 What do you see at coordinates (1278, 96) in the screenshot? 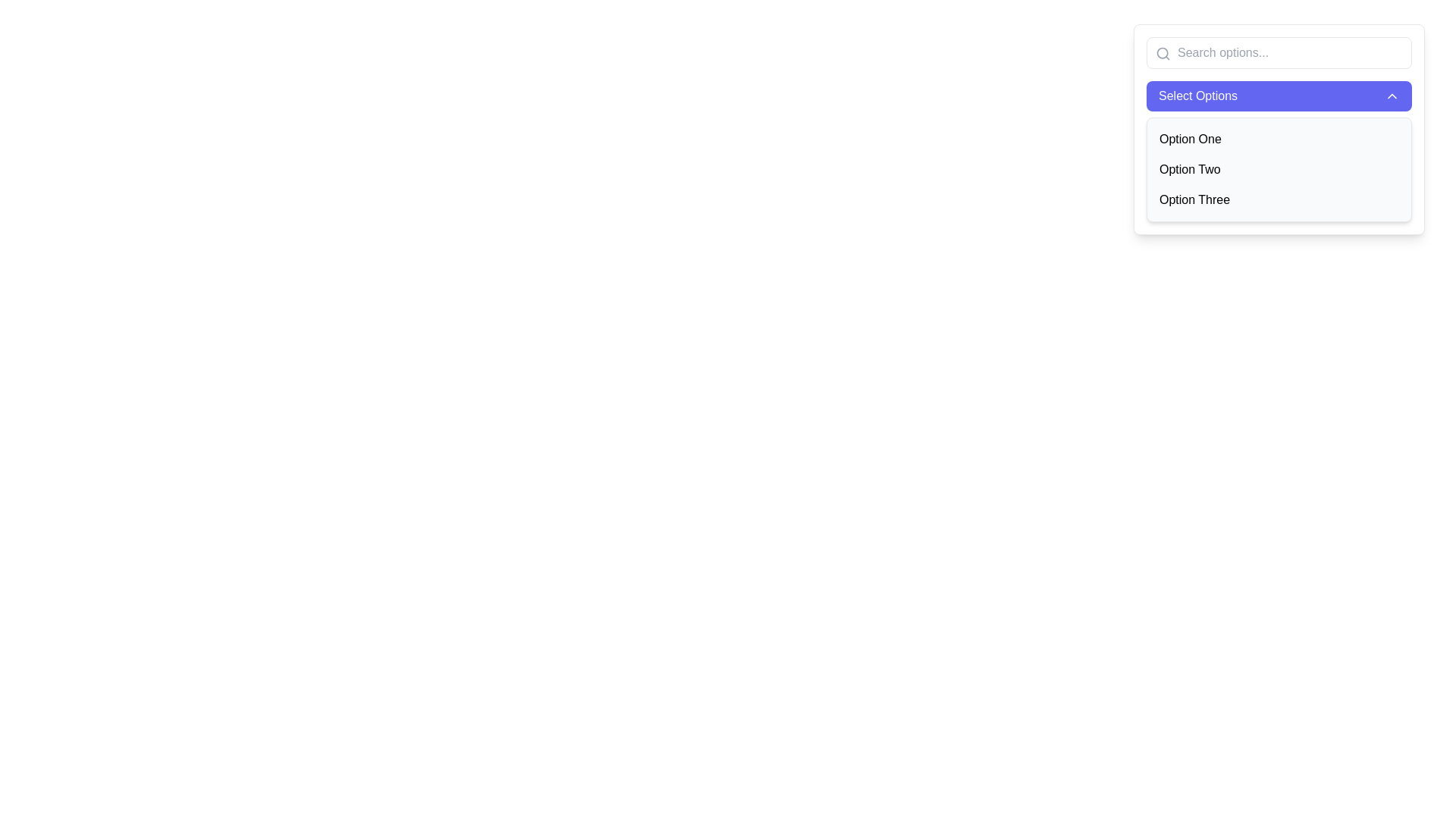
I see `the dropdown button located below the search input field` at bounding box center [1278, 96].